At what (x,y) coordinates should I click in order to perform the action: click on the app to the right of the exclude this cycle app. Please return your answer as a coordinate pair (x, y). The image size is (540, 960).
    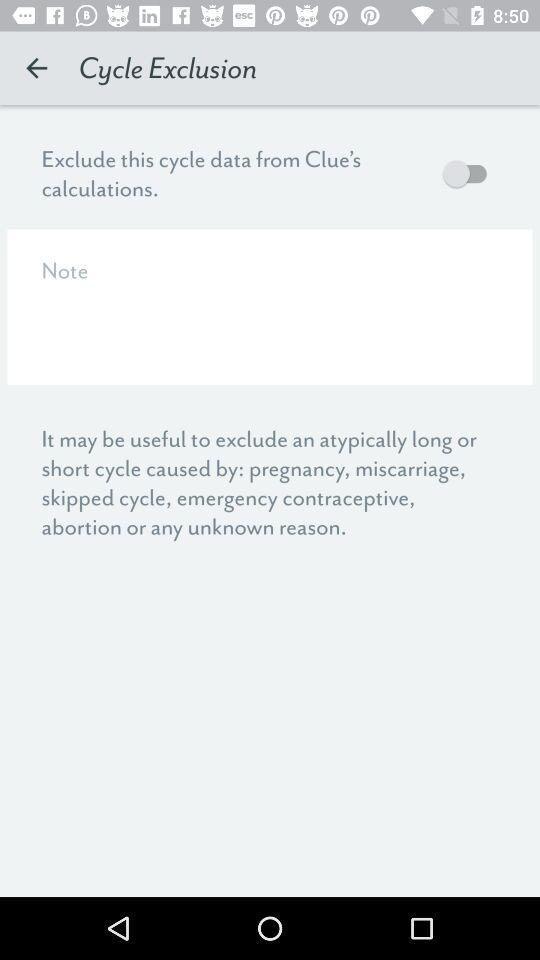
    Looking at the image, I should click on (469, 172).